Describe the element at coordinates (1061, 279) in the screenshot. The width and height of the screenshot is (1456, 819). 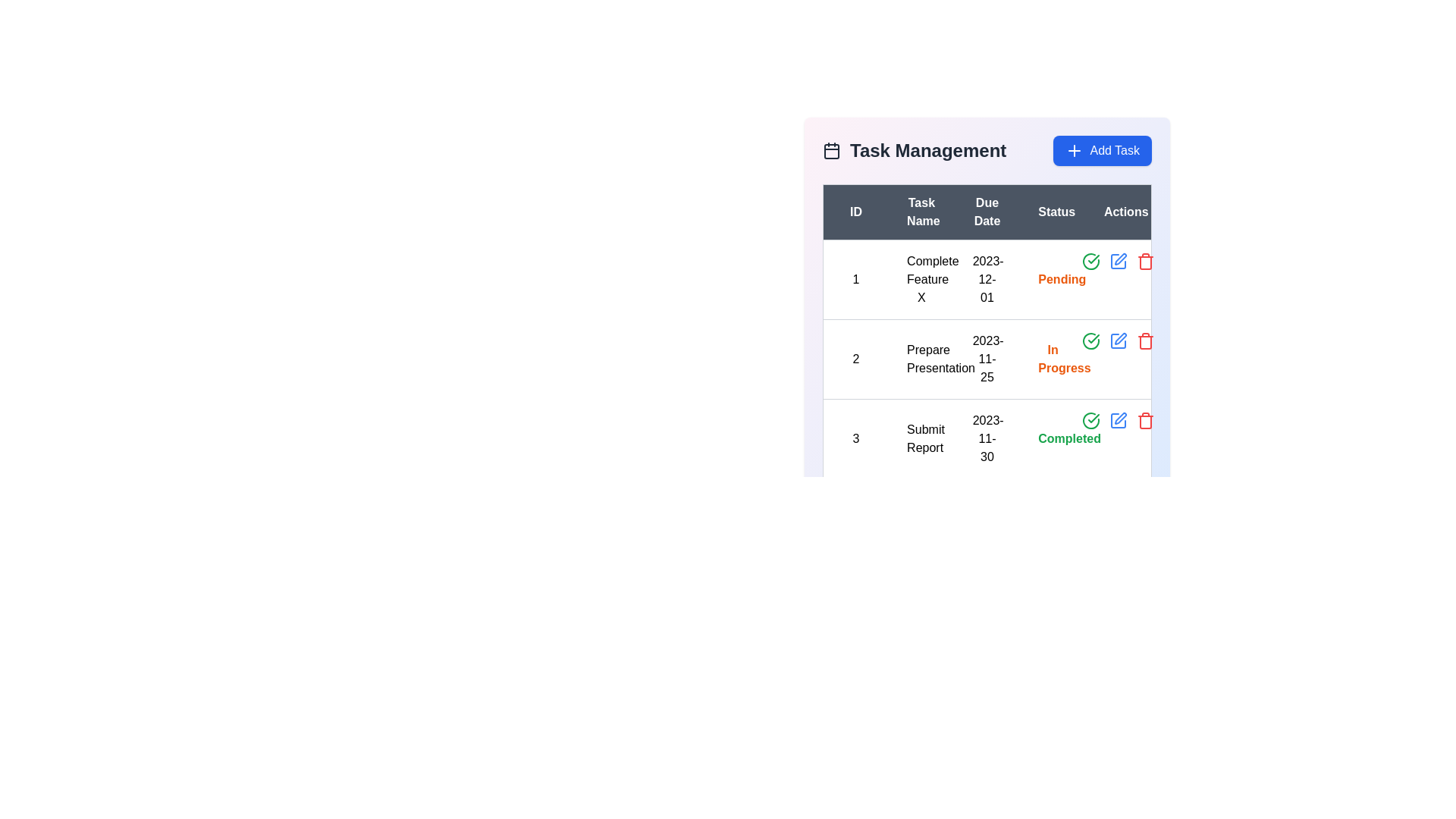
I see `status information from the text label stating 'Pending' in orange color and bold font, located in the 'Status' column of the first row of the task management table` at that location.